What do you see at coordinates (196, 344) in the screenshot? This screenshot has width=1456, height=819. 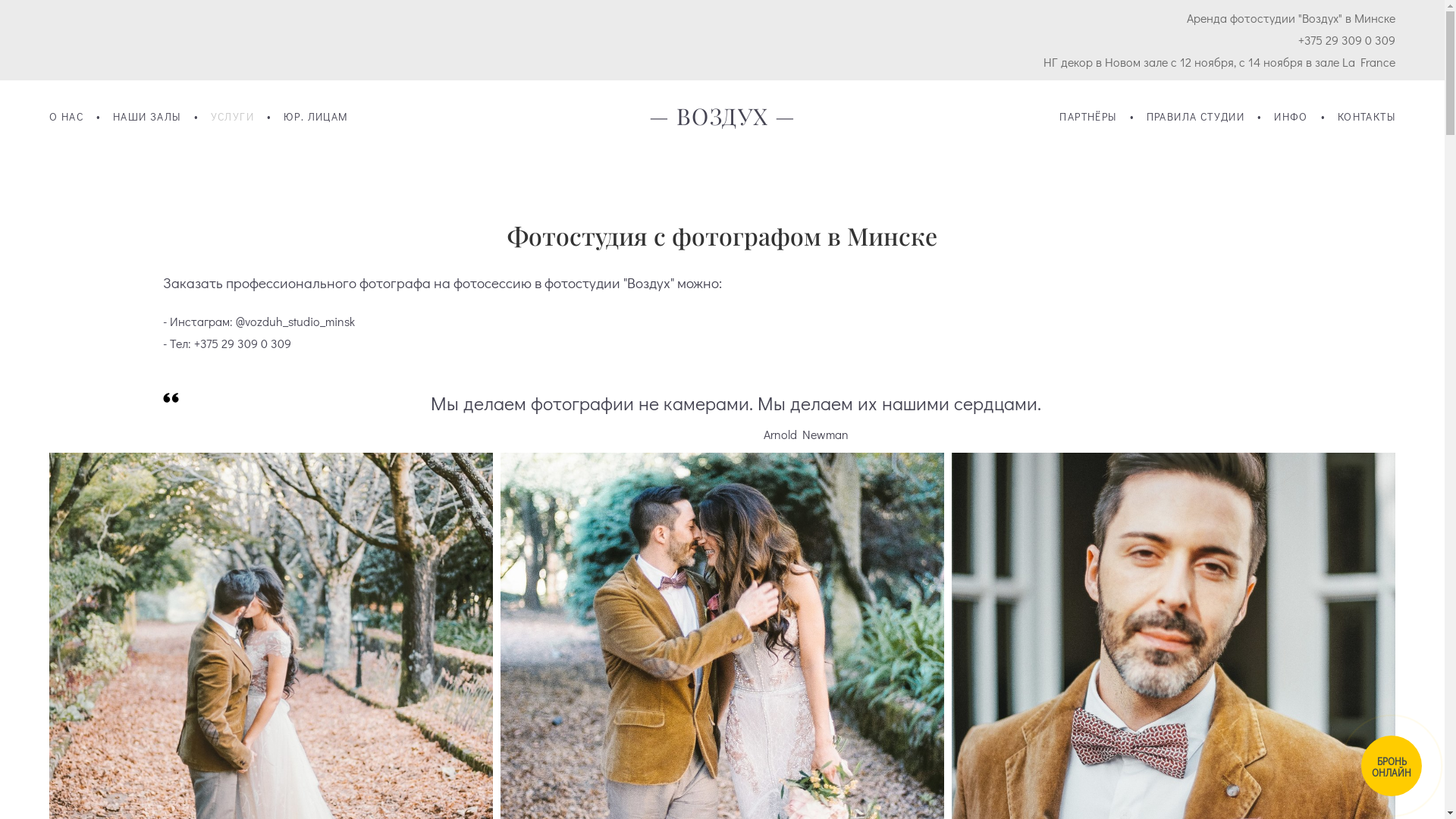 I see `'+'` at bounding box center [196, 344].